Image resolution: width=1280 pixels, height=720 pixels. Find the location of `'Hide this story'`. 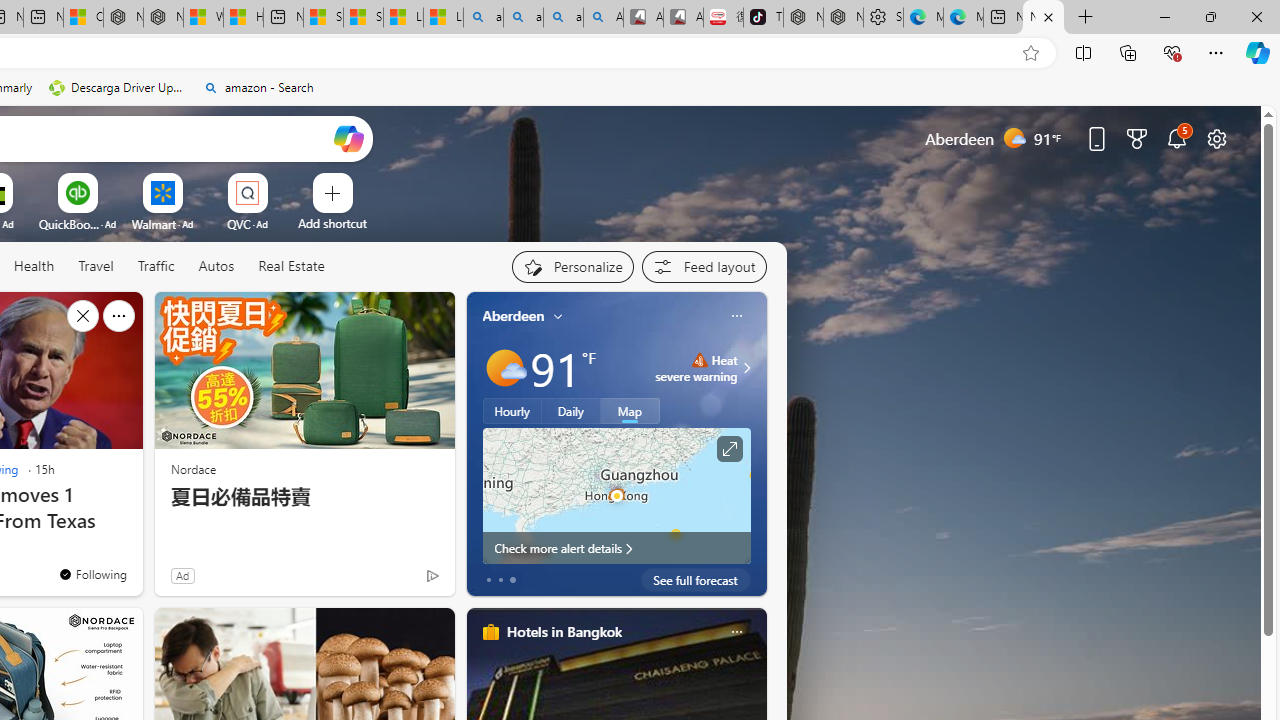

'Hide this story' is located at coordinates (81, 315).